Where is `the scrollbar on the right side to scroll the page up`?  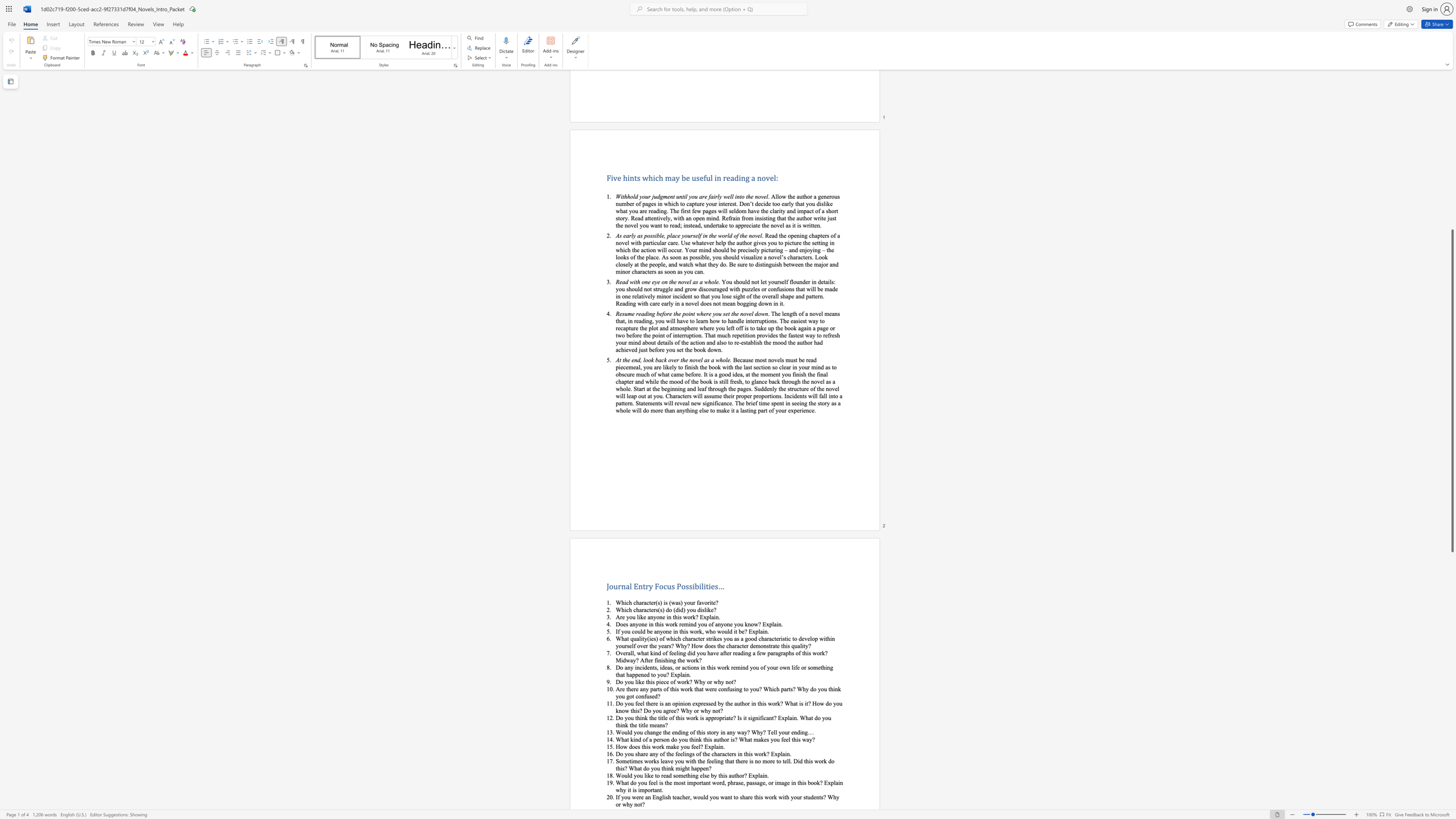 the scrollbar on the right side to scroll the page up is located at coordinates (1451, 87).